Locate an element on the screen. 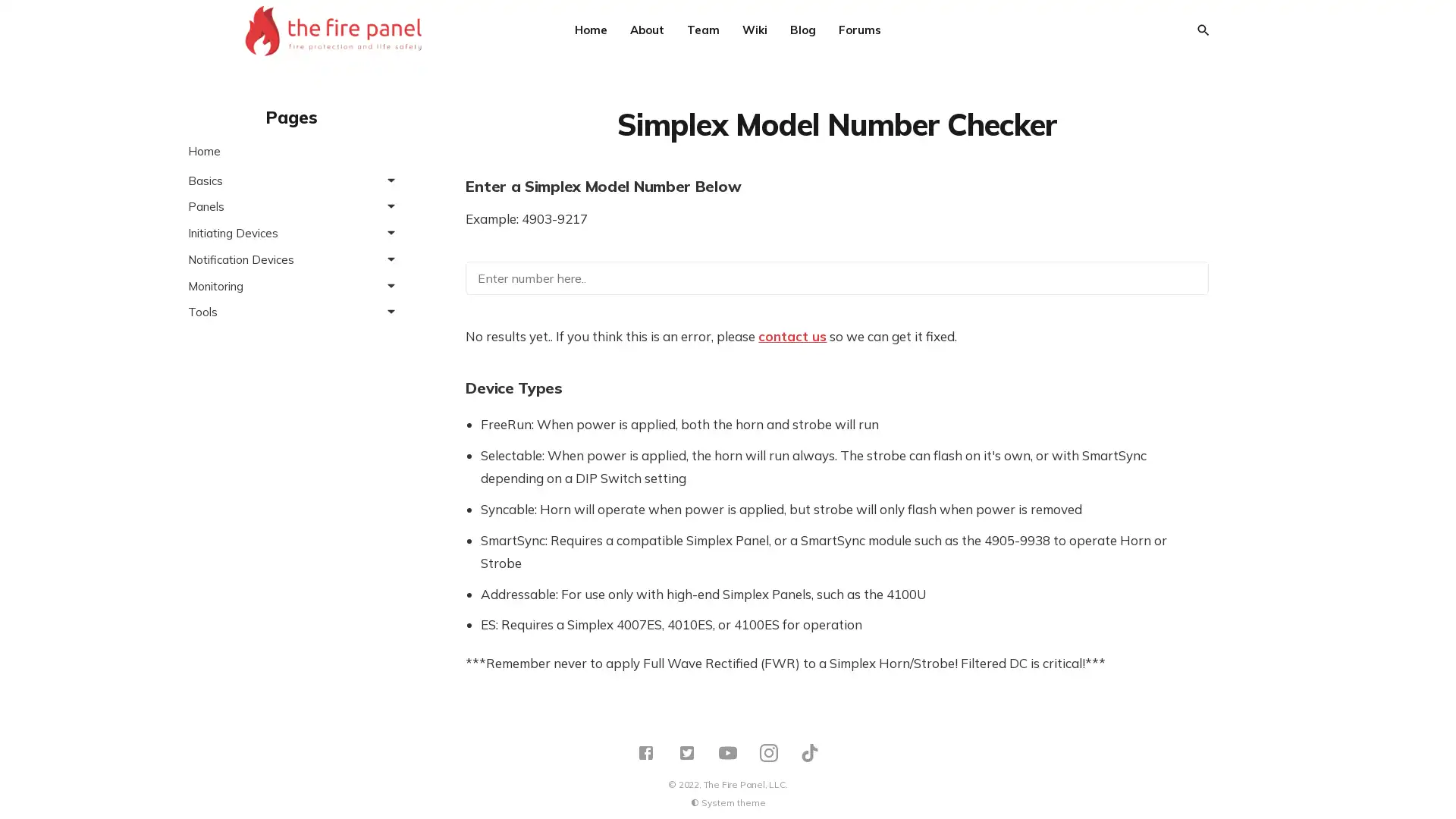 The height and width of the screenshot is (819, 1456). Panels is located at coordinates (291, 206).